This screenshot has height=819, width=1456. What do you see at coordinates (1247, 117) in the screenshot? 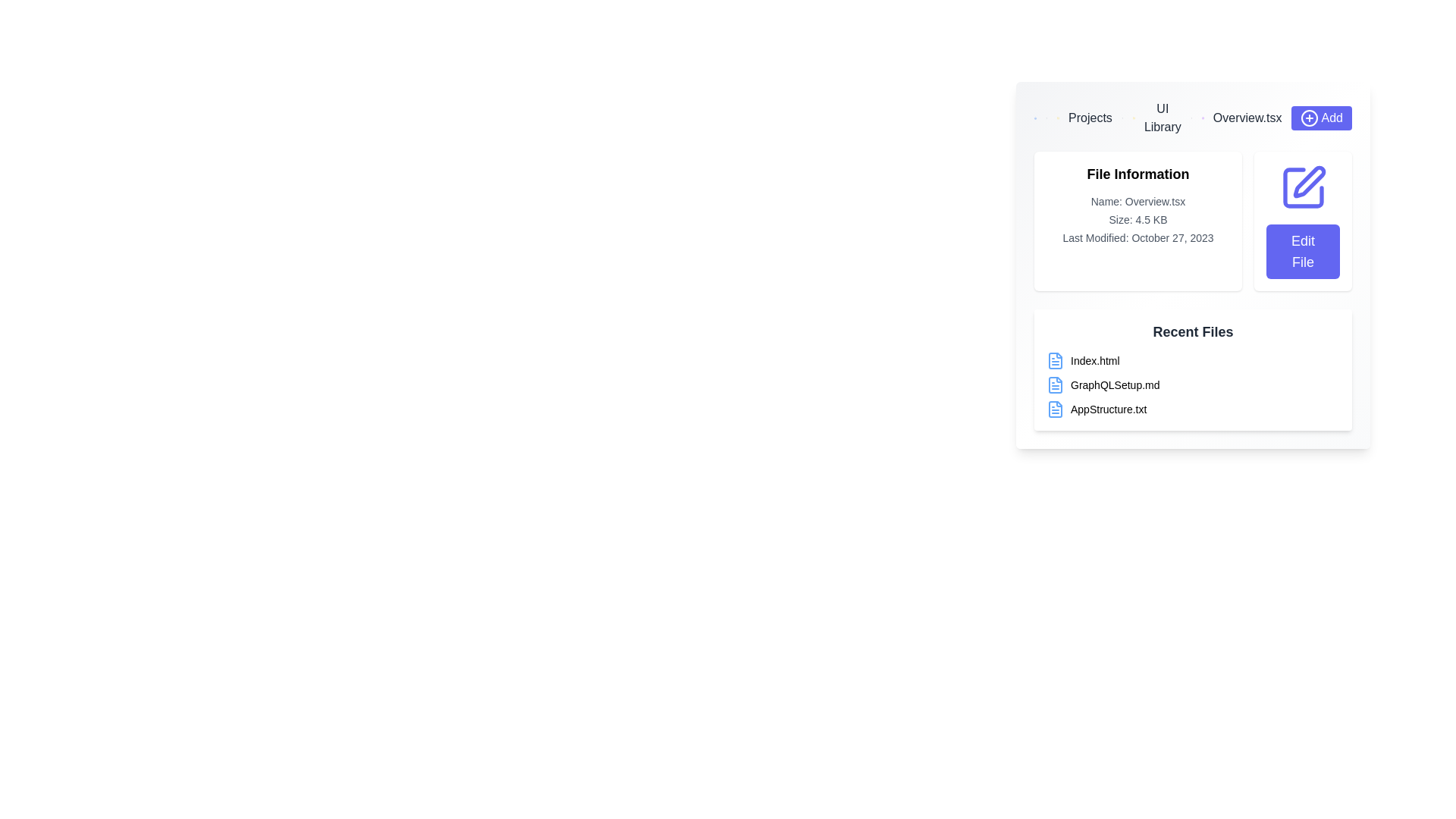
I see `the Navigation Breadcrumb located between the 'UI Library' breadcrumb and the 'Add' button` at bounding box center [1247, 117].